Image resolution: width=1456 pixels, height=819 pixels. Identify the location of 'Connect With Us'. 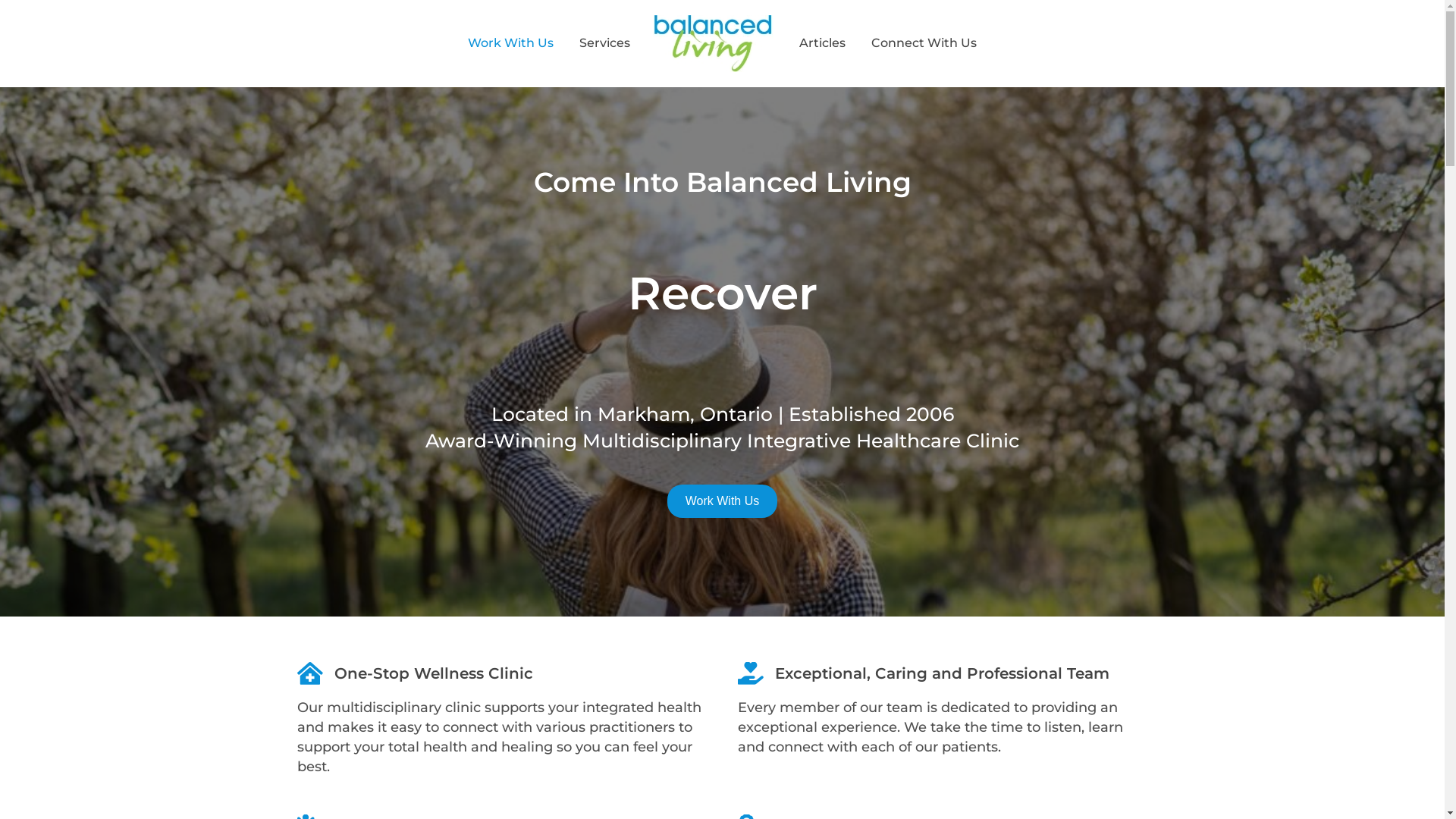
(923, 42).